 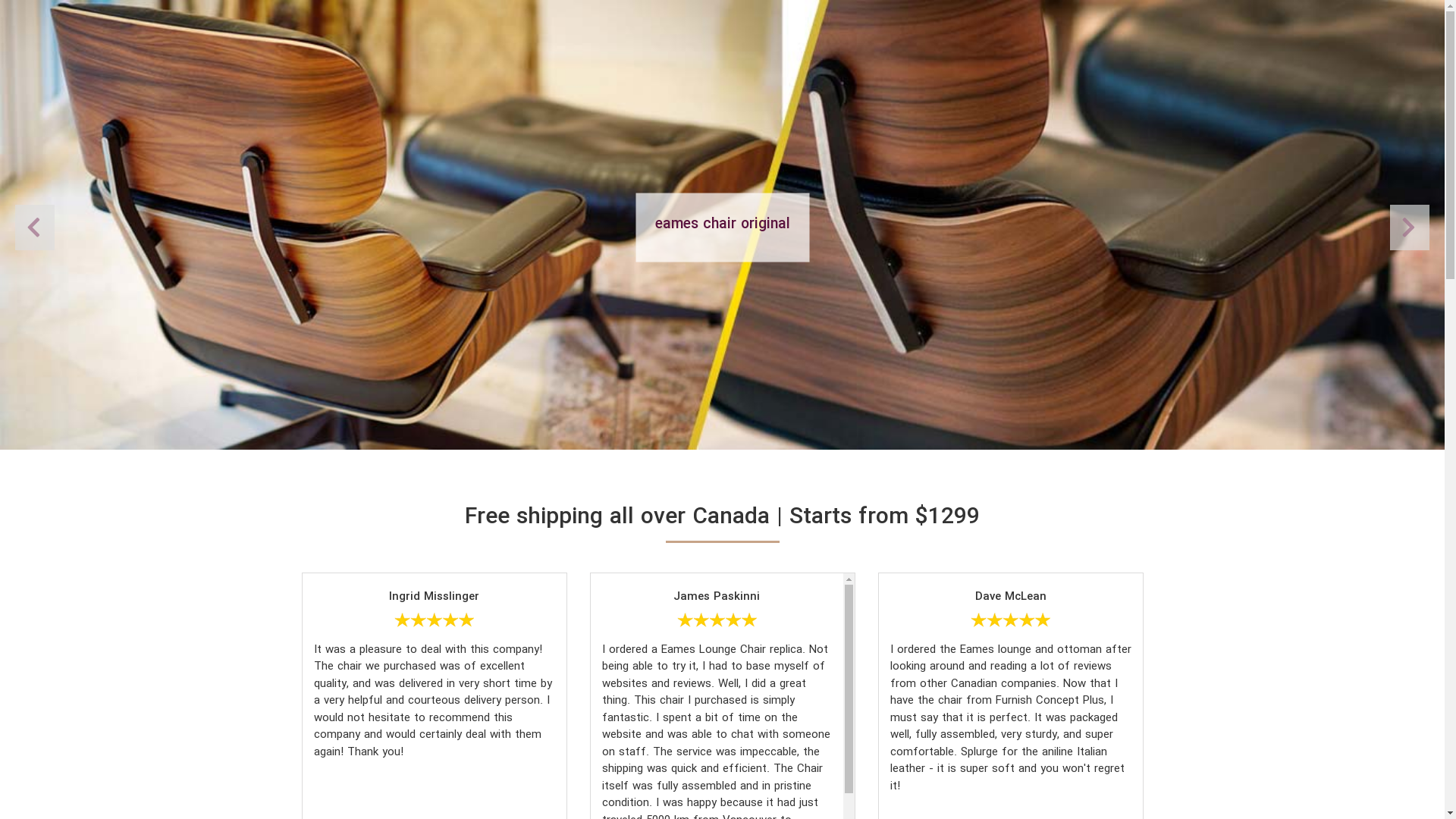 What do you see at coordinates (35, 227) in the screenshot?
I see `'Next'` at bounding box center [35, 227].